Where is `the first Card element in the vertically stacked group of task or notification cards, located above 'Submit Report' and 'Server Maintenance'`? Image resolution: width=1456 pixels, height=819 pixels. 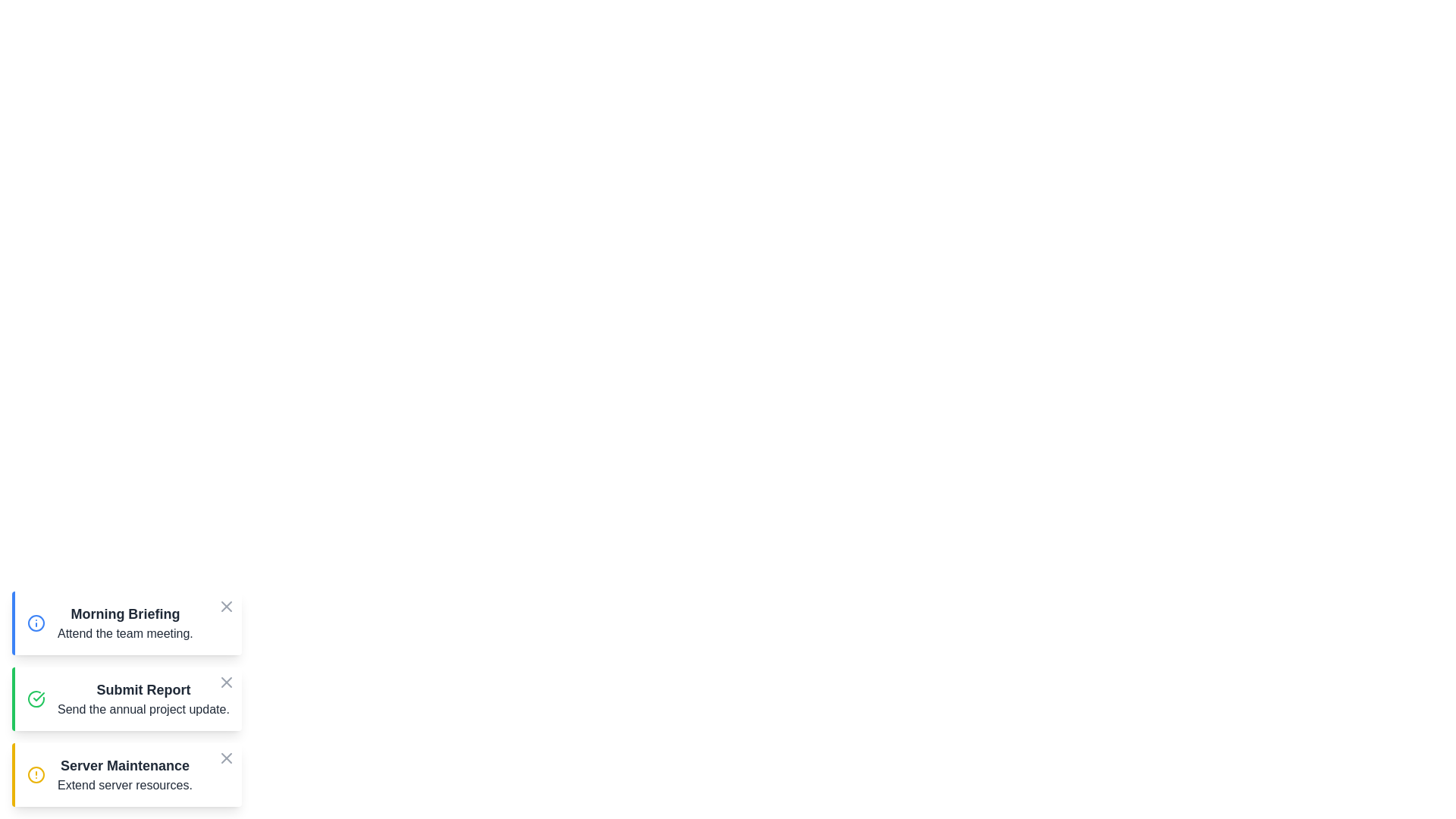
the first Card element in the vertically stacked group of task or notification cards, located above 'Submit Report' and 'Server Maintenance' is located at coordinates (128, 623).